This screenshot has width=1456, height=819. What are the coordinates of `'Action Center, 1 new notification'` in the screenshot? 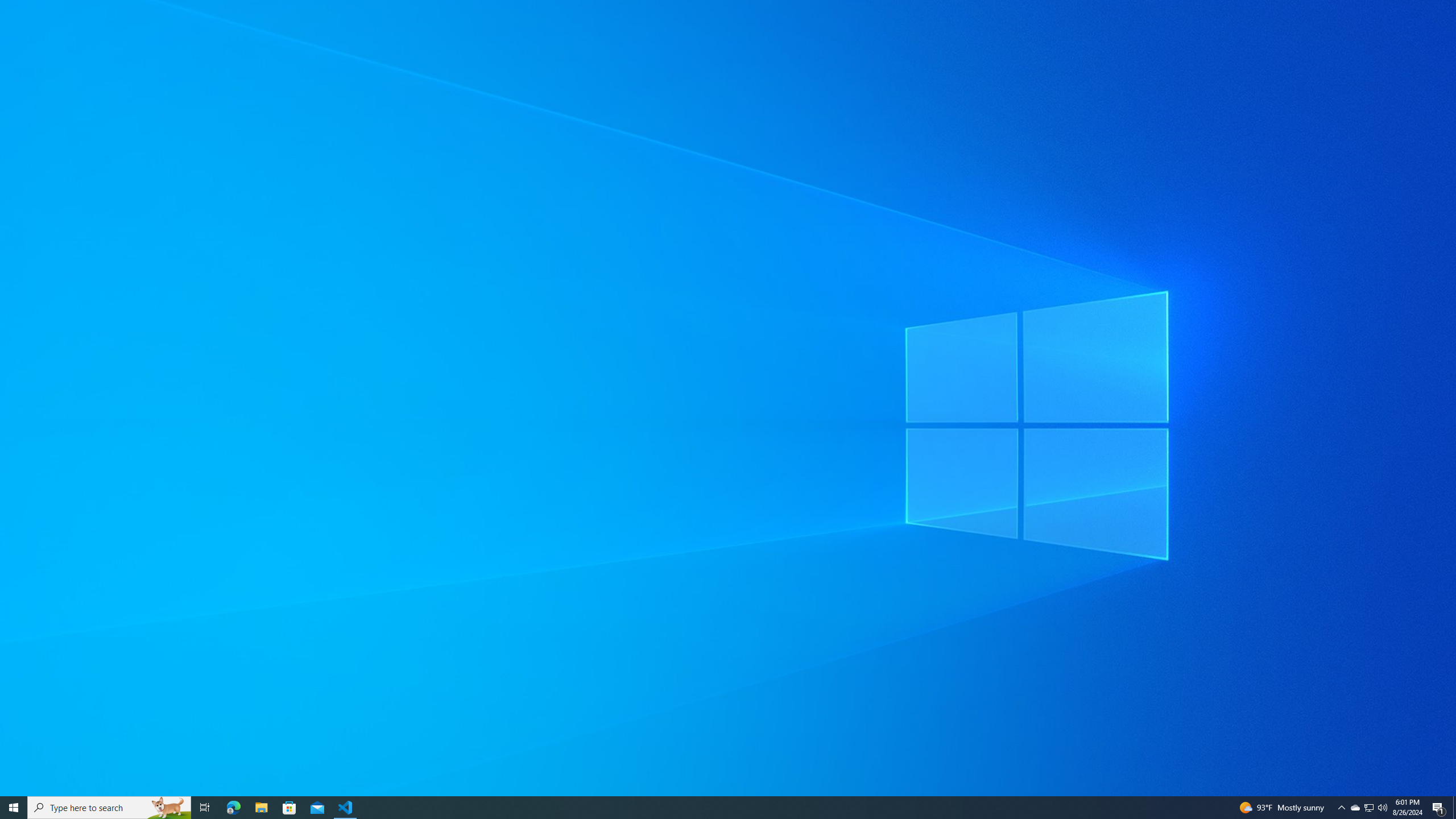 It's located at (1439, 806).